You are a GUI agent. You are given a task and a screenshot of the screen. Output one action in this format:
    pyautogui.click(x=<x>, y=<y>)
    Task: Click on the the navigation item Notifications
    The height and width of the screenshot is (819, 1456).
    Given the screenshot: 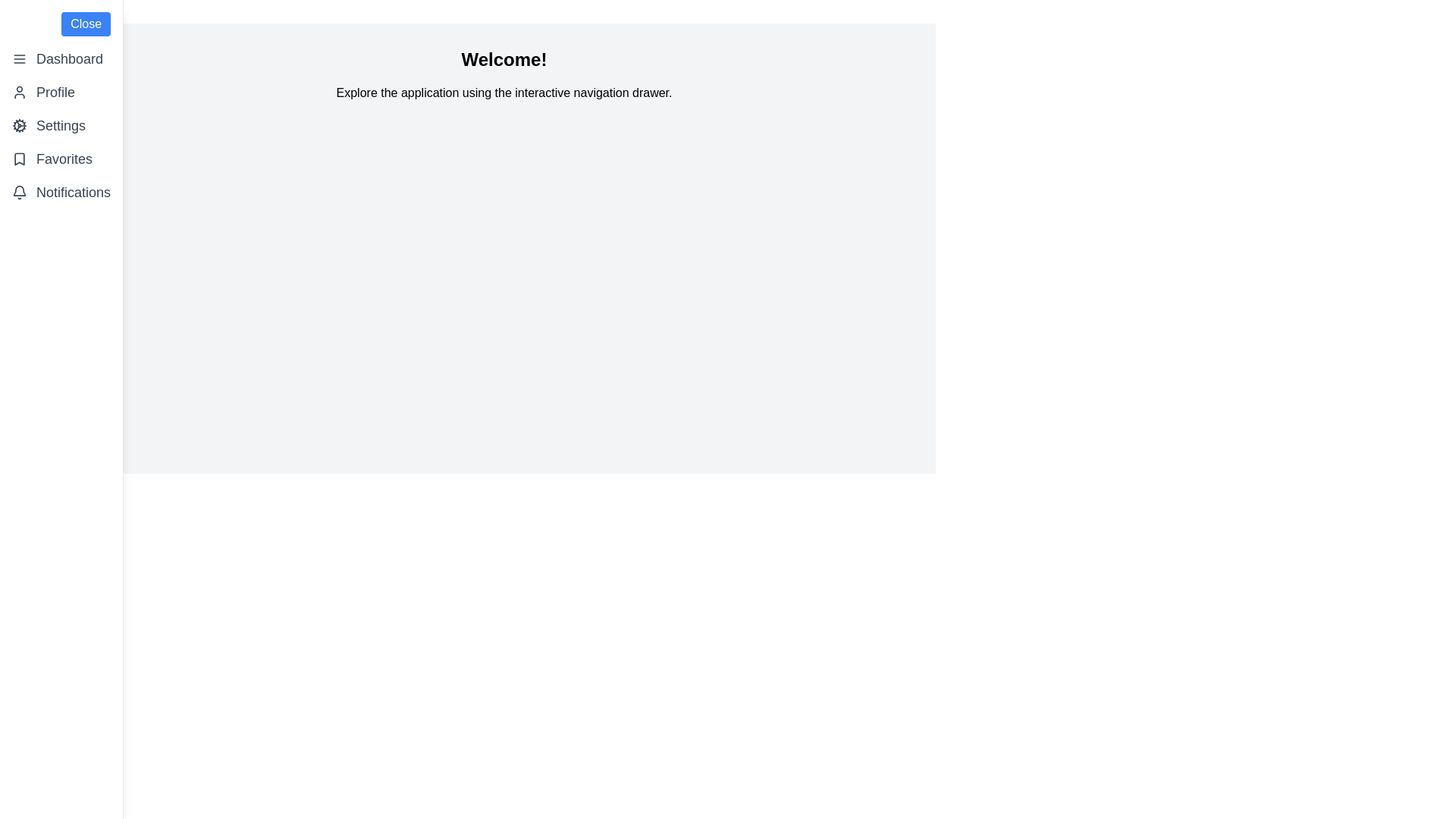 What is the action you would take?
    pyautogui.click(x=61, y=192)
    